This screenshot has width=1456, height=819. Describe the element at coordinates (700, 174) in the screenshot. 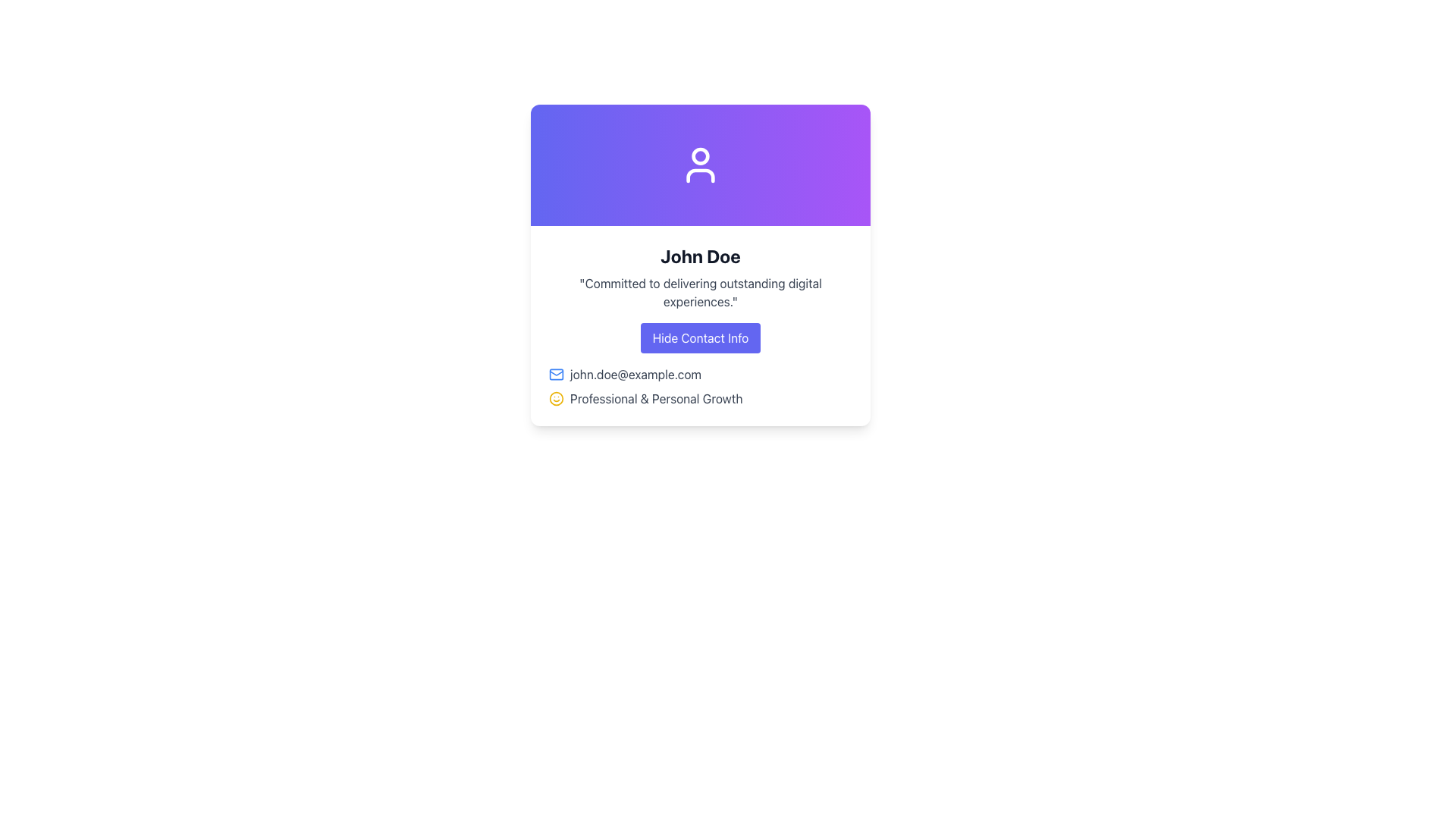

I see `the shoulders and chest portion of the user avatar icon, which is situated below the circular head portion at the top center of the profile card` at that location.